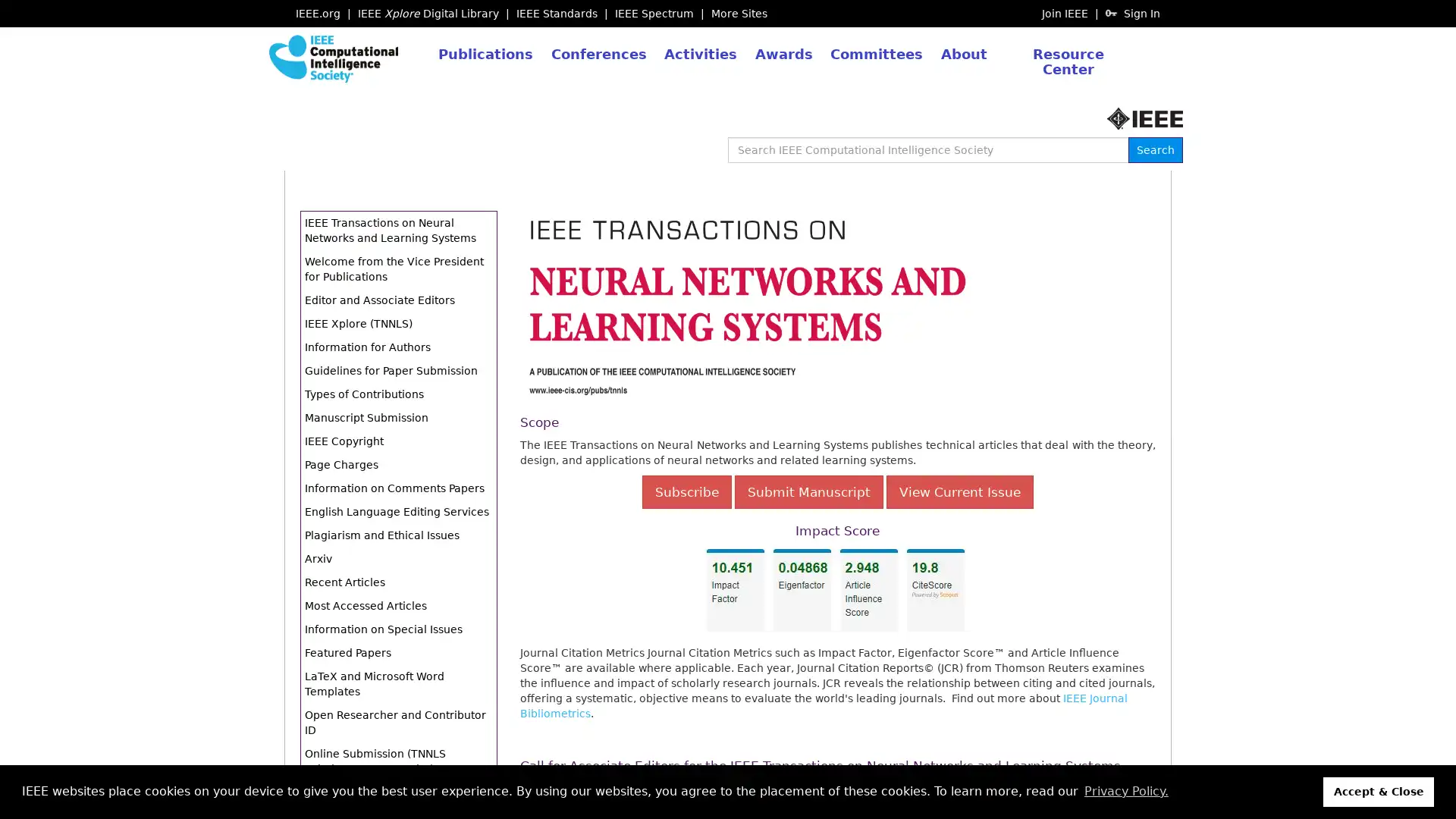 This screenshot has width=1456, height=819. I want to click on Subscribe, so click(686, 491).